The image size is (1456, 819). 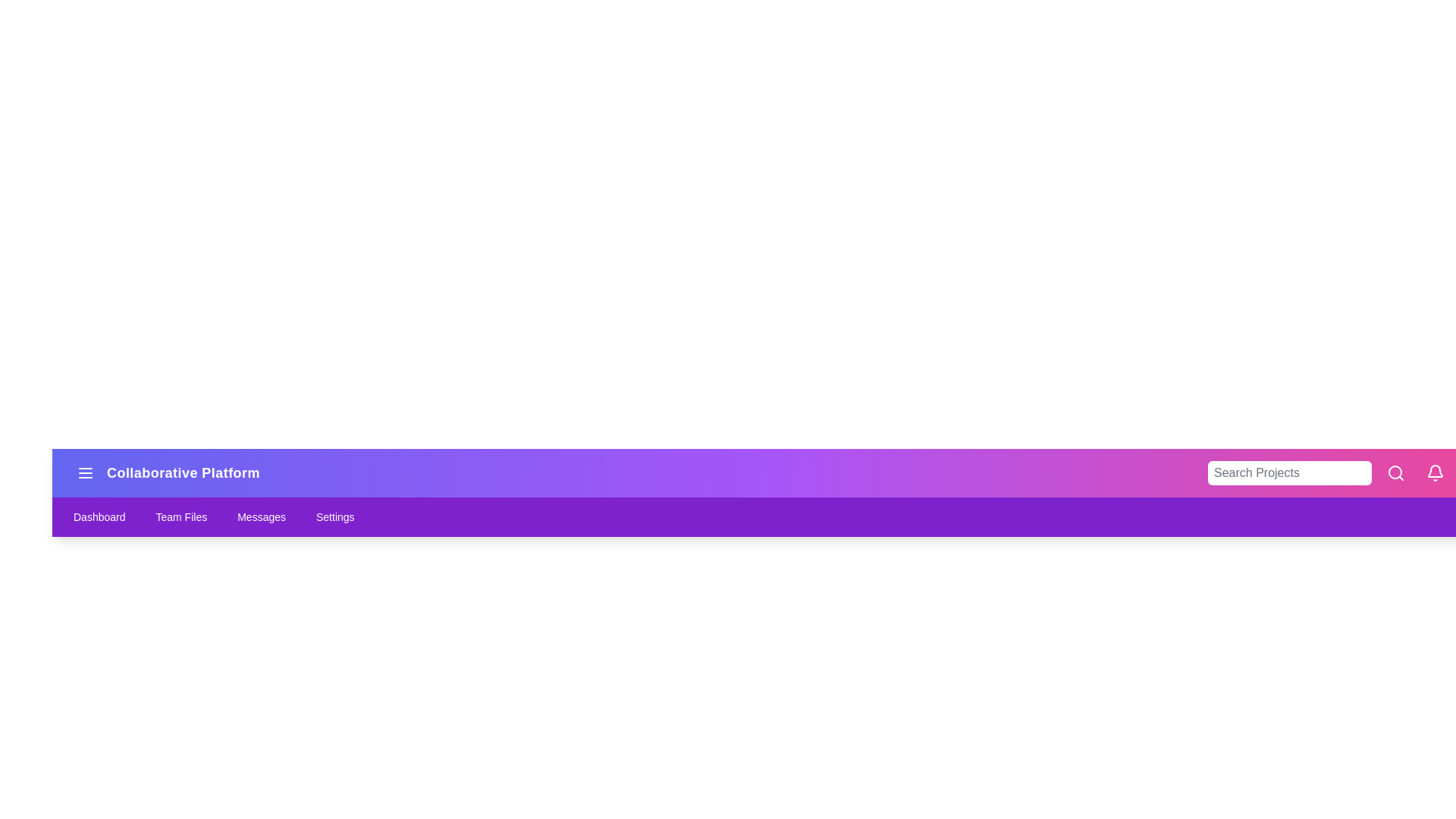 I want to click on the magnifying glass icon button located at the top-right section of the header bar, so click(x=1395, y=472).